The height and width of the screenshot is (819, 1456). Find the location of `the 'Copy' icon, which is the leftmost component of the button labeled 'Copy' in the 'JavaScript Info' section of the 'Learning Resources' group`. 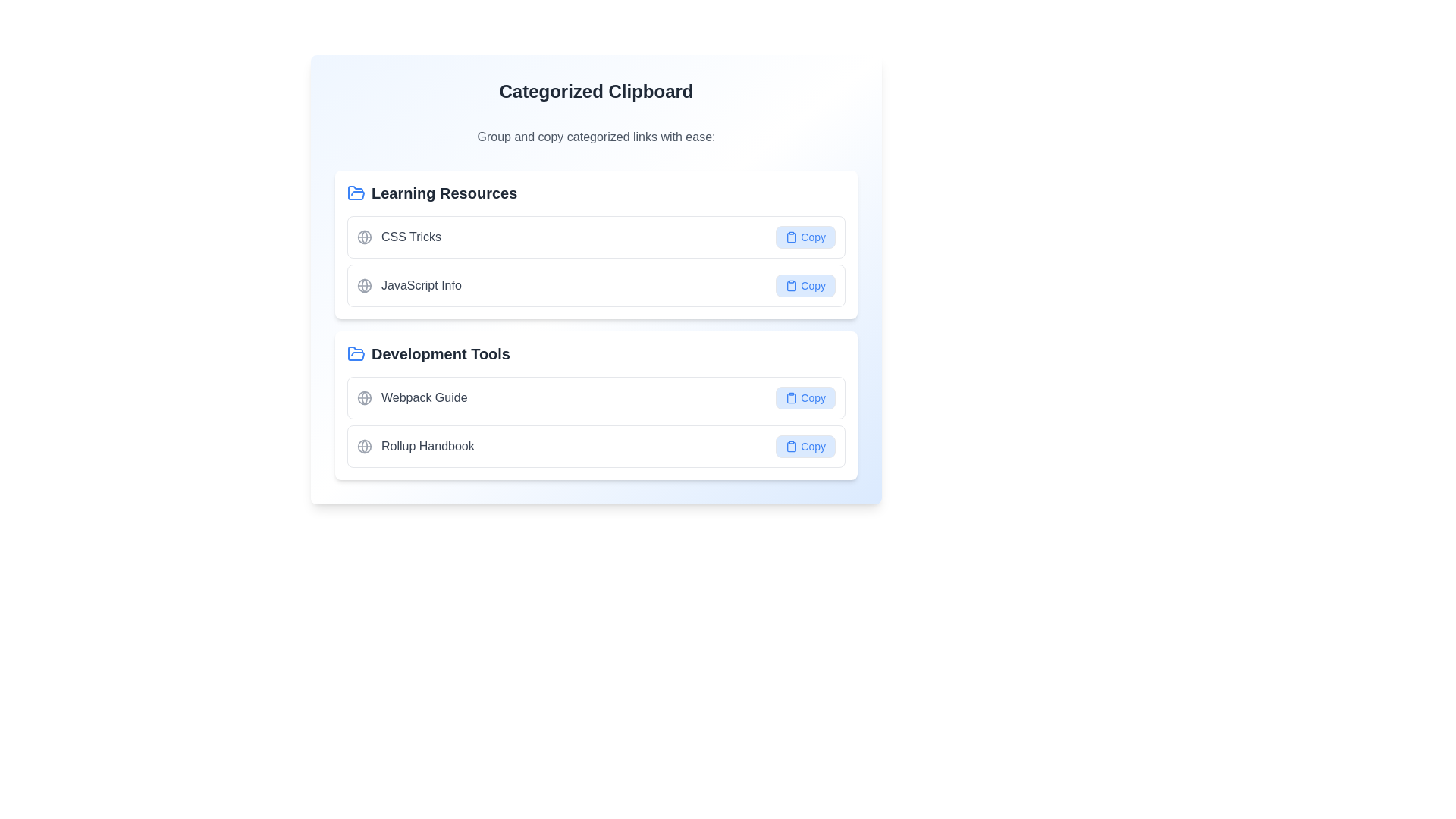

the 'Copy' icon, which is the leftmost component of the button labeled 'Copy' in the 'JavaScript Info' section of the 'Learning Resources' group is located at coordinates (791, 286).